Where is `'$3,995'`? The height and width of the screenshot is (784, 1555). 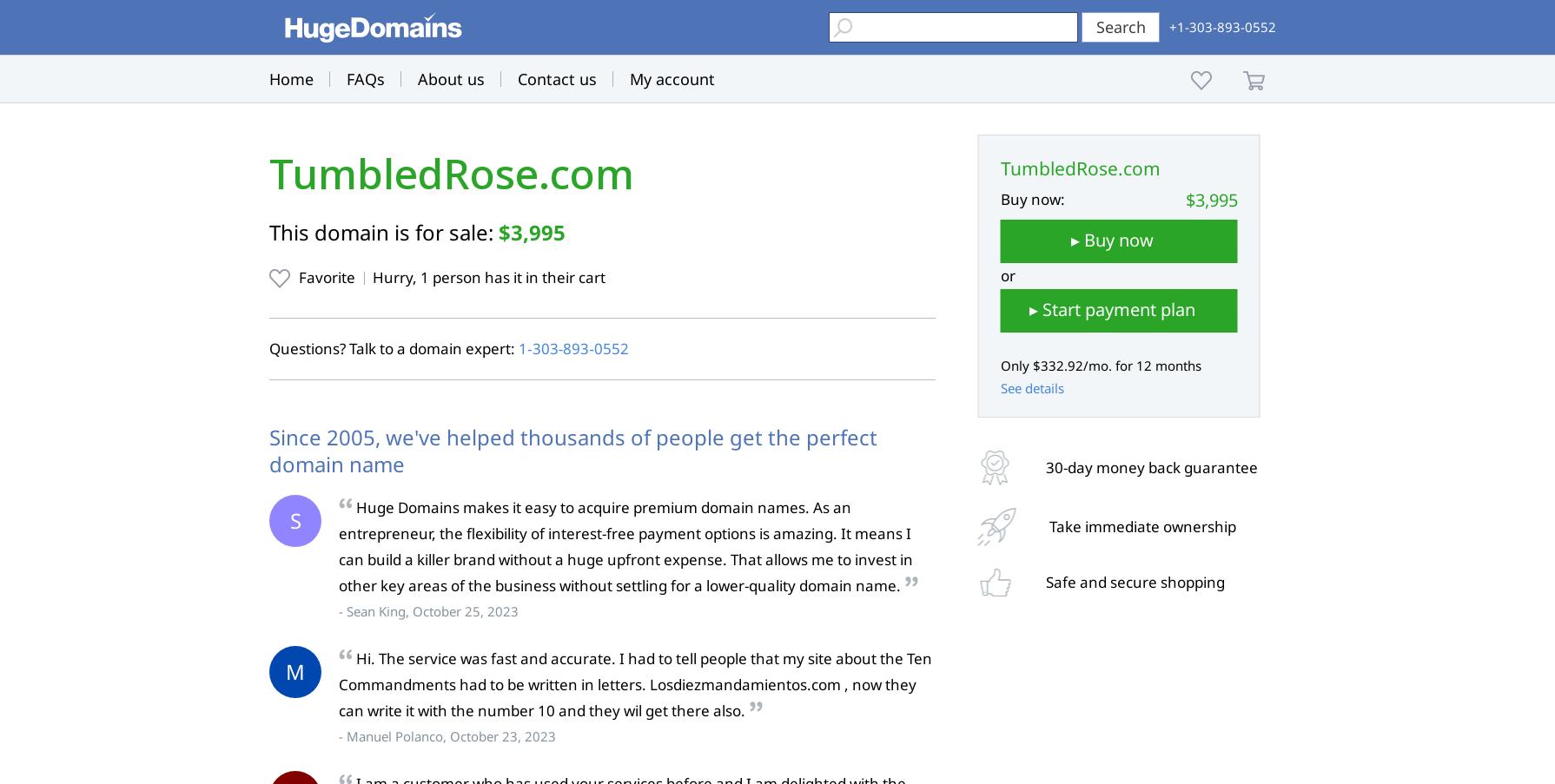
'$3,995' is located at coordinates (531, 231).